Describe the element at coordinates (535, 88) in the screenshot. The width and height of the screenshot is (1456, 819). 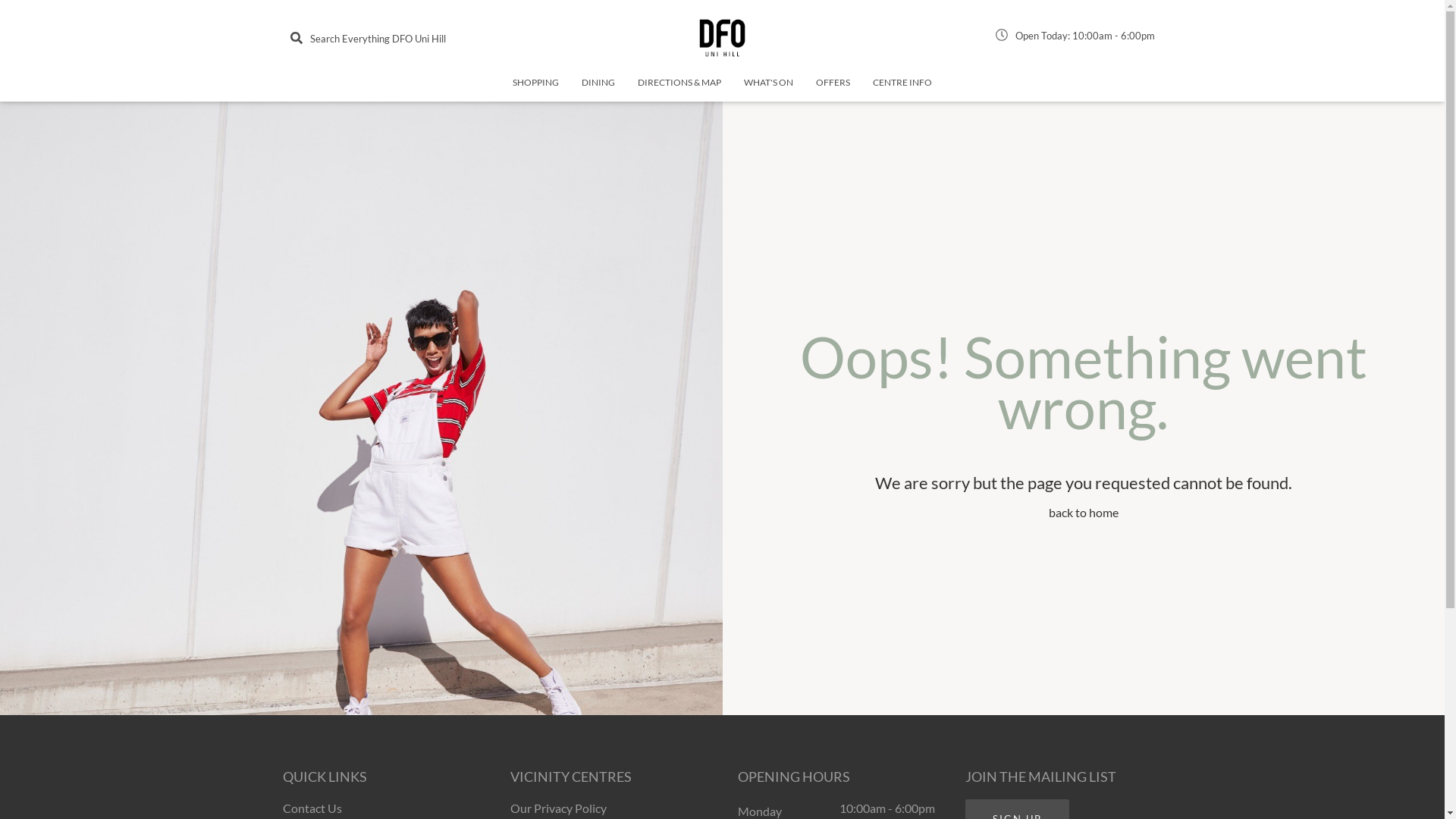
I see `'SHOPPING'` at that location.